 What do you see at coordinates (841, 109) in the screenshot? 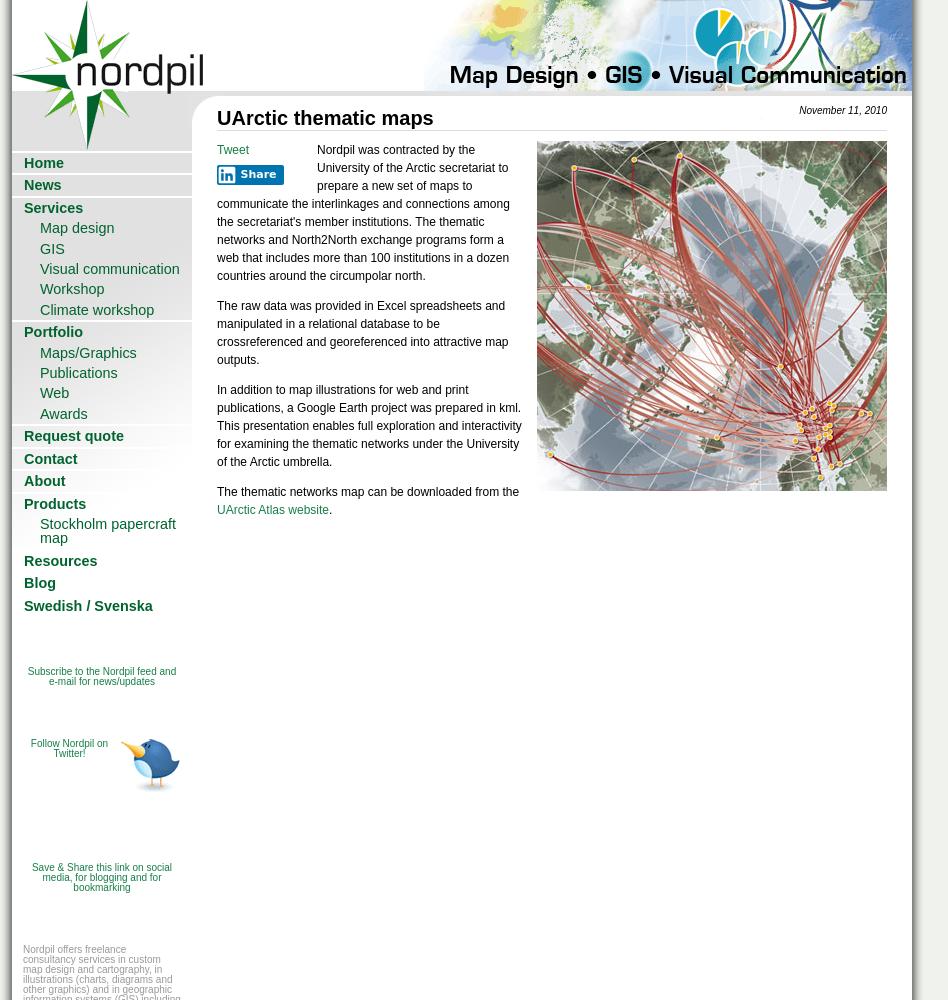
I see `'November 11, 2010'` at bounding box center [841, 109].